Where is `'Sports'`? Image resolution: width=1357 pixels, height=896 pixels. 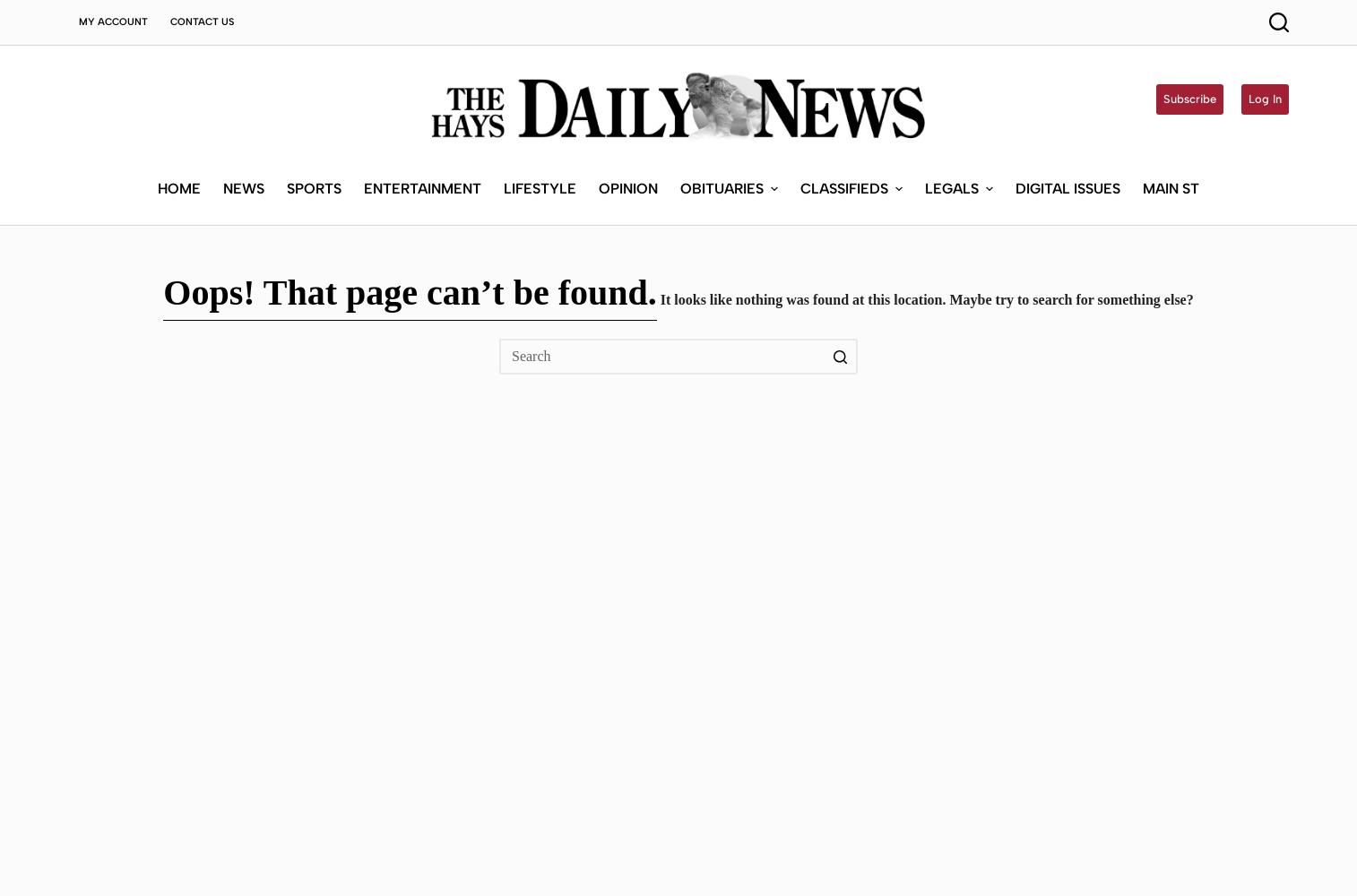
'Sports' is located at coordinates (312, 186).